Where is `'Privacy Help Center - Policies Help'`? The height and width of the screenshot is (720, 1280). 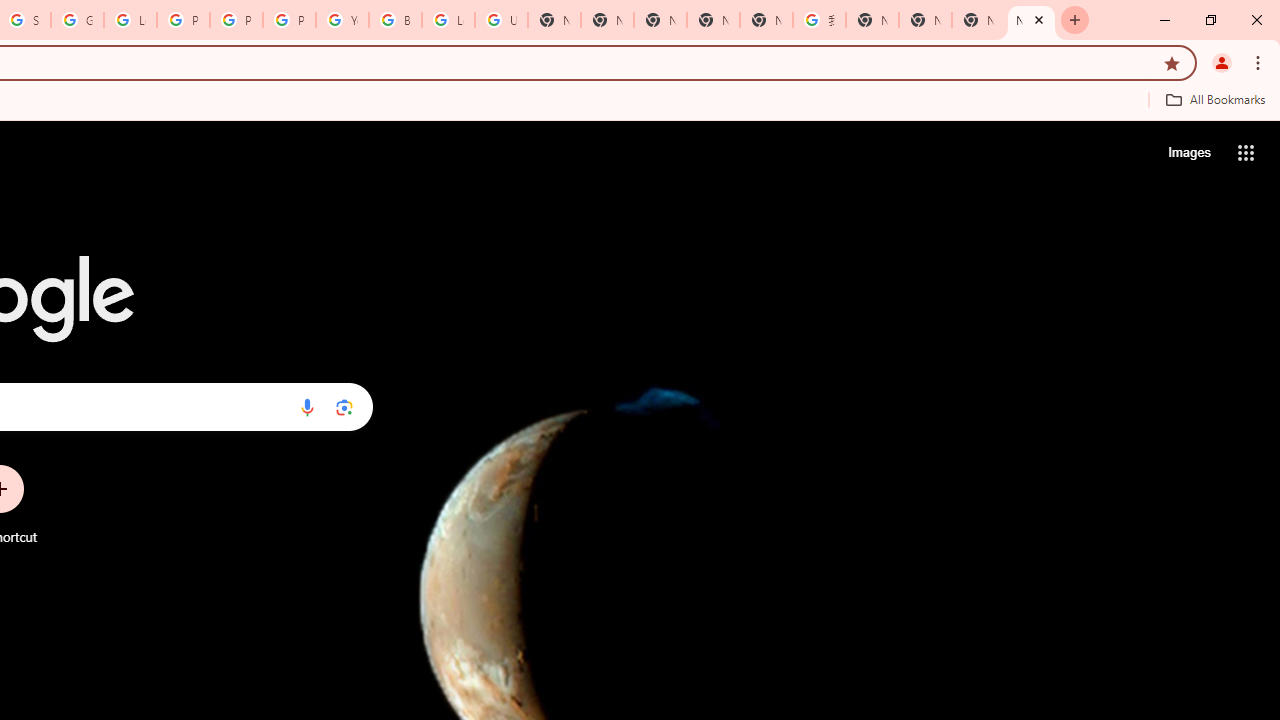 'Privacy Help Center - Policies Help' is located at coordinates (183, 20).